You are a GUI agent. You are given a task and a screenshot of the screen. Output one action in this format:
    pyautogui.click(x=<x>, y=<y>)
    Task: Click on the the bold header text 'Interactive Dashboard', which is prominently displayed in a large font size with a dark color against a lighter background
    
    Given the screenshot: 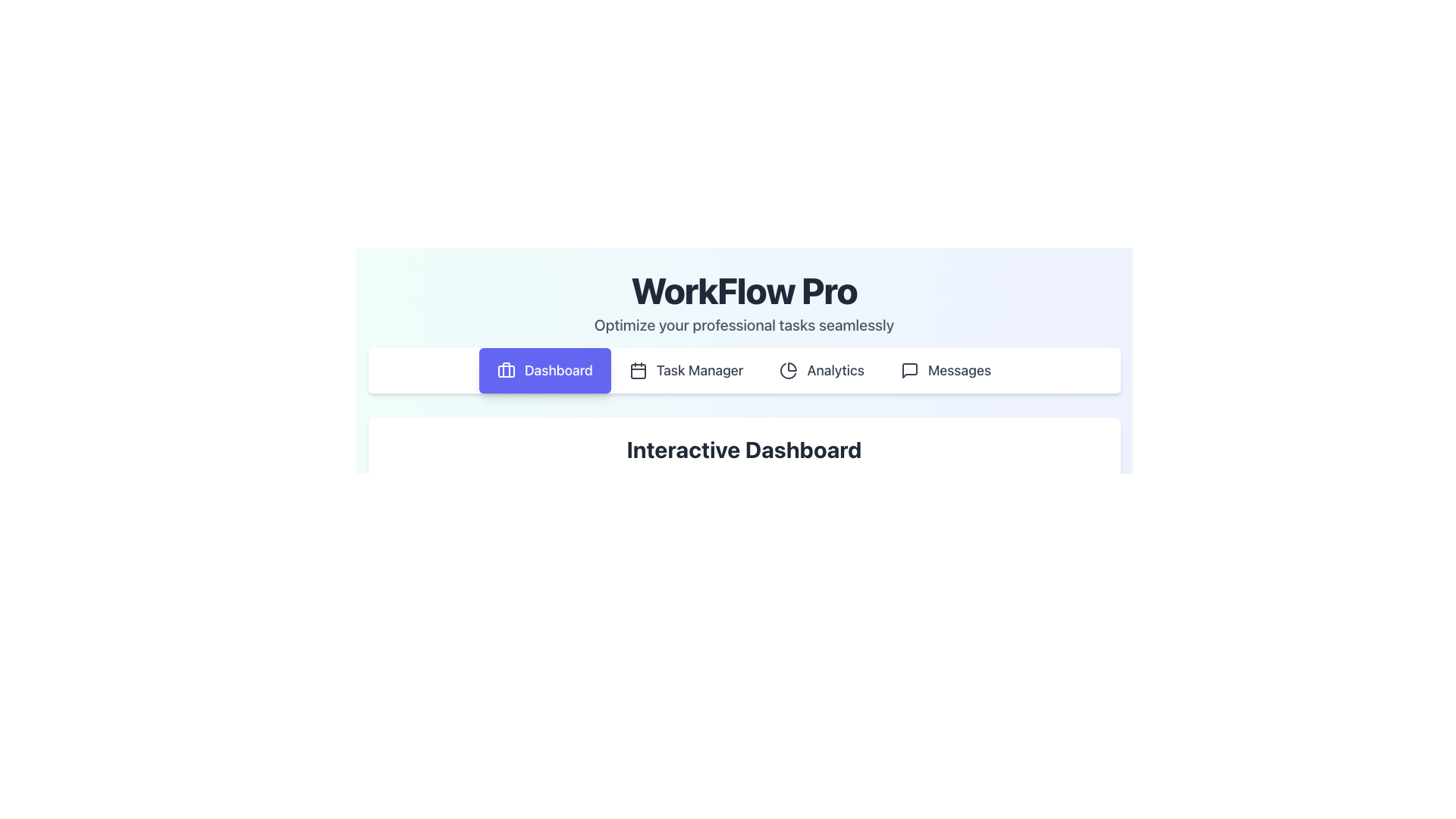 What is the action you would take?
    pyautogui.click(x=744, y=449)
    